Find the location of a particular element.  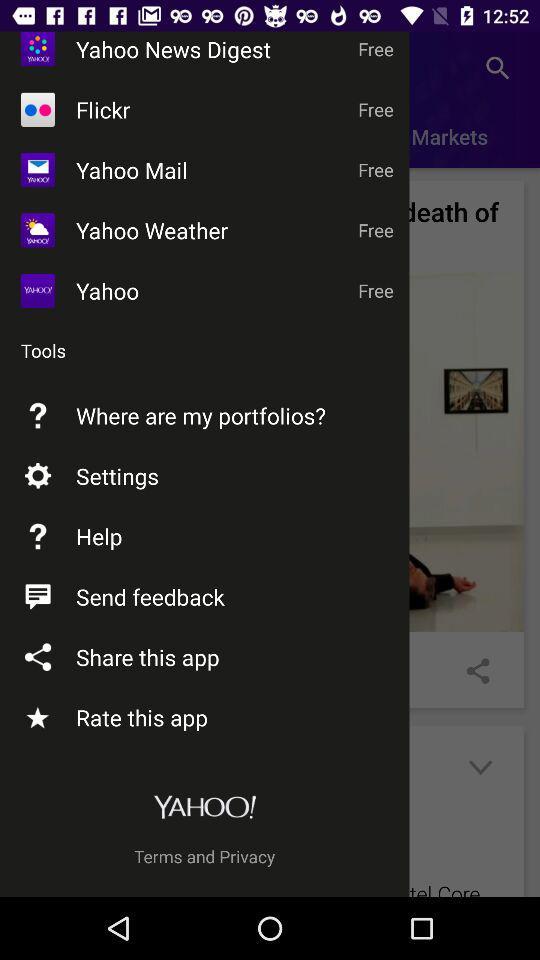

first option under tools is located at coordinates (270, 451).